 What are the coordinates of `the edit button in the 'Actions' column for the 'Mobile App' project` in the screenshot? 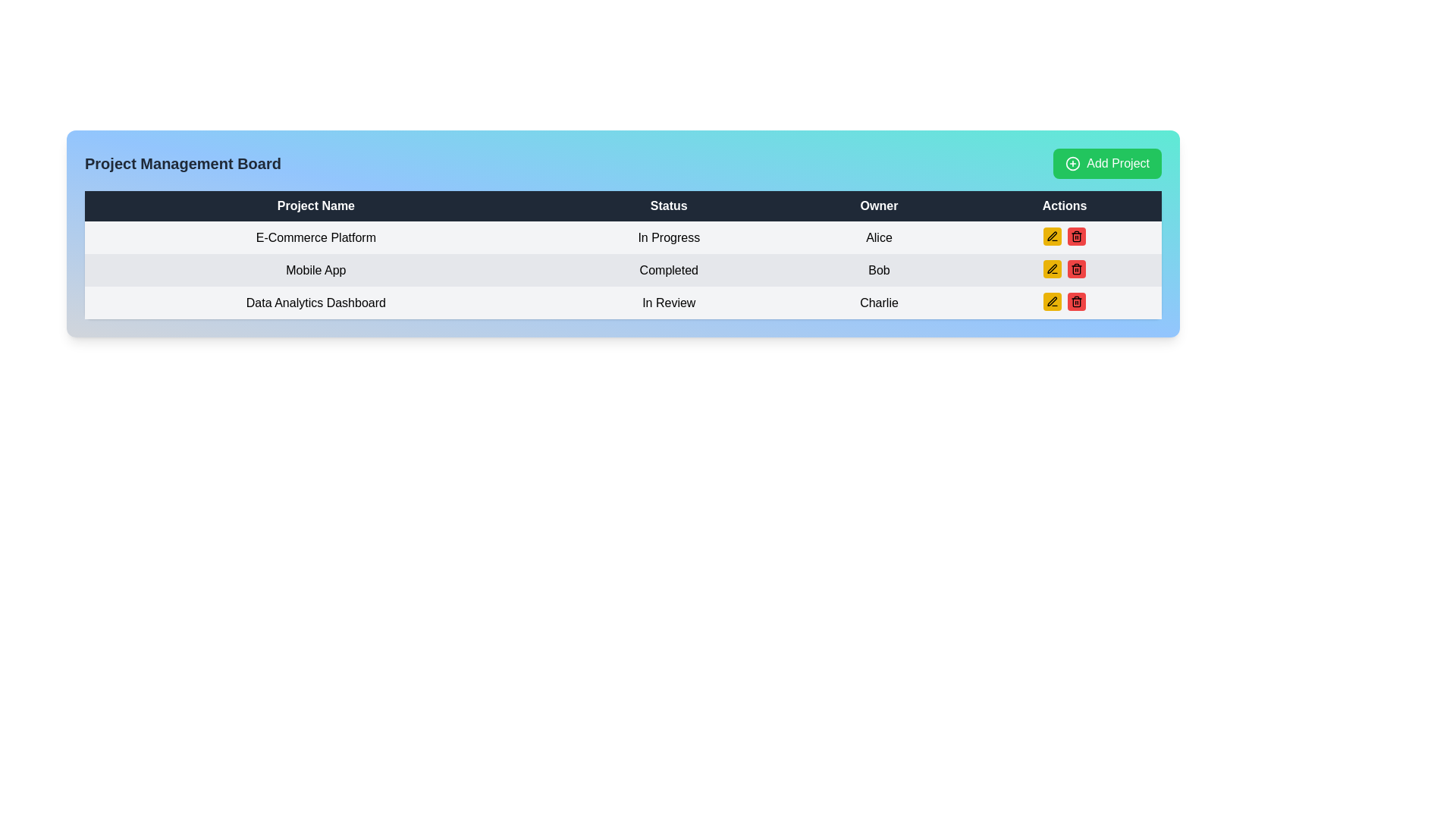 It's located at (1051, 268).